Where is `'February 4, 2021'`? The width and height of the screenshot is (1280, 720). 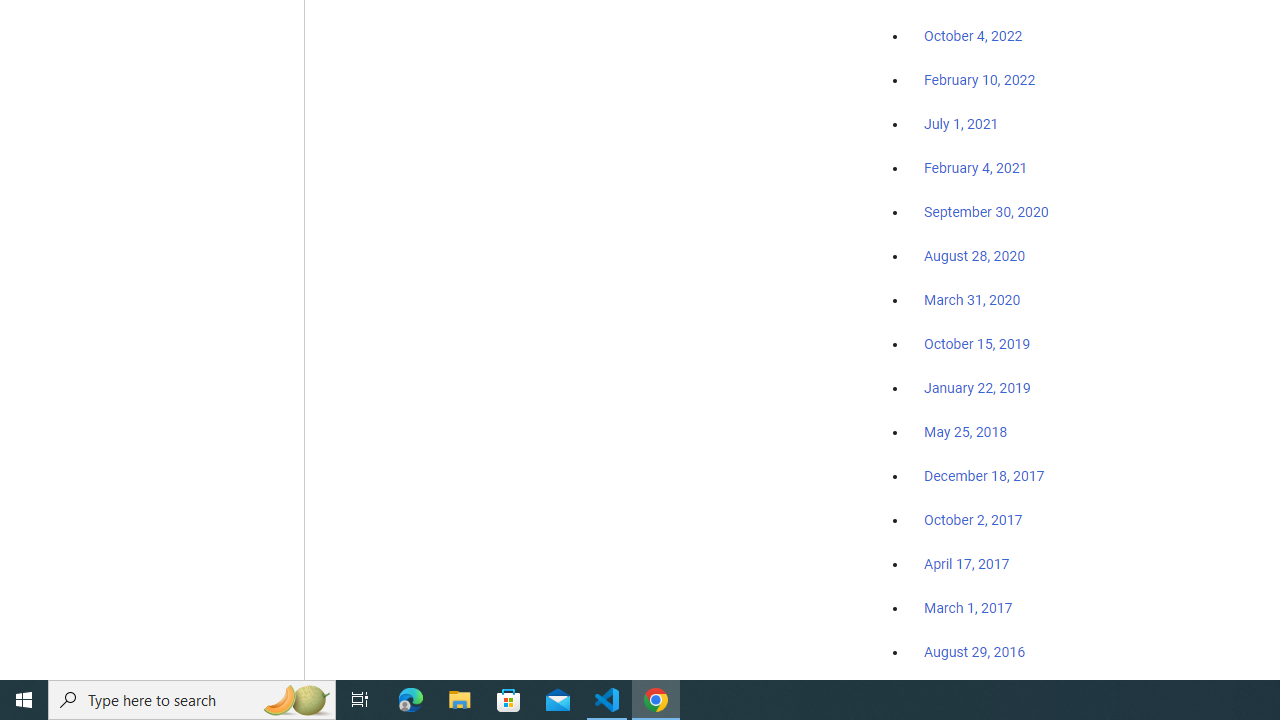 'February 4, 2021' is located at coordinates (976, 167).